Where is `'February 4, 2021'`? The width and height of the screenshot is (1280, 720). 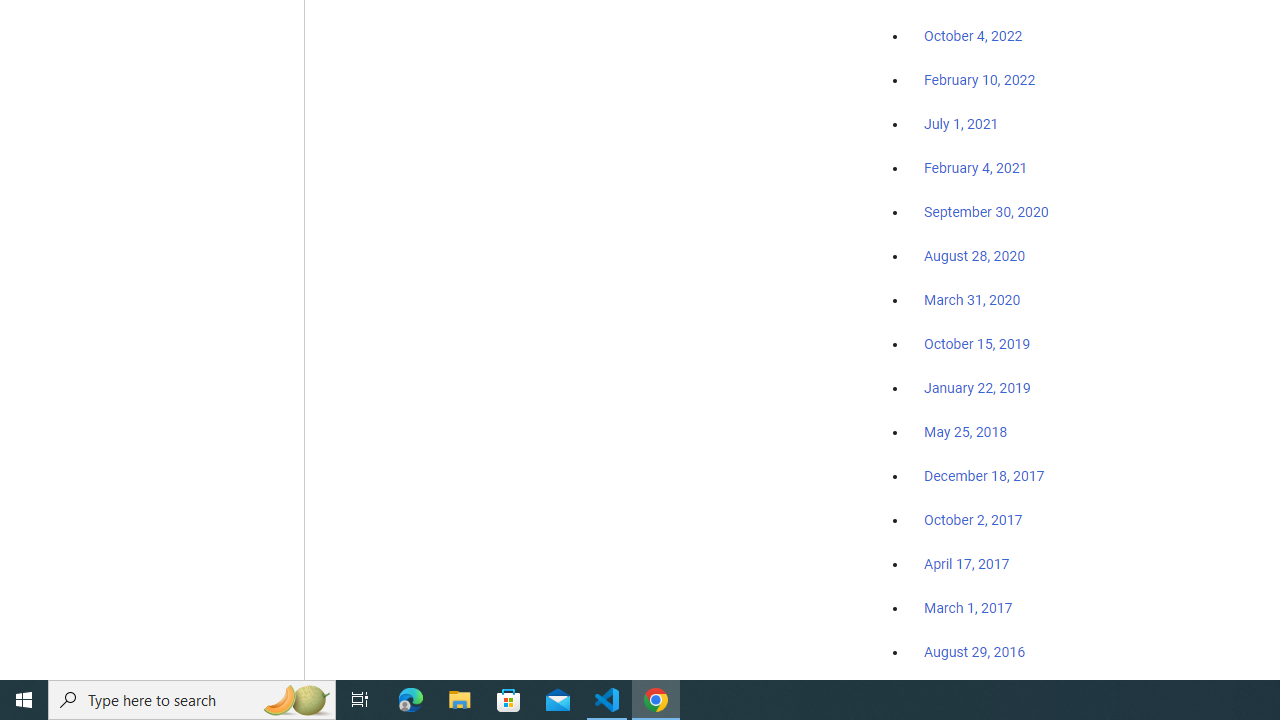 'February 4, 2021' is located at coordinates (976, 167).